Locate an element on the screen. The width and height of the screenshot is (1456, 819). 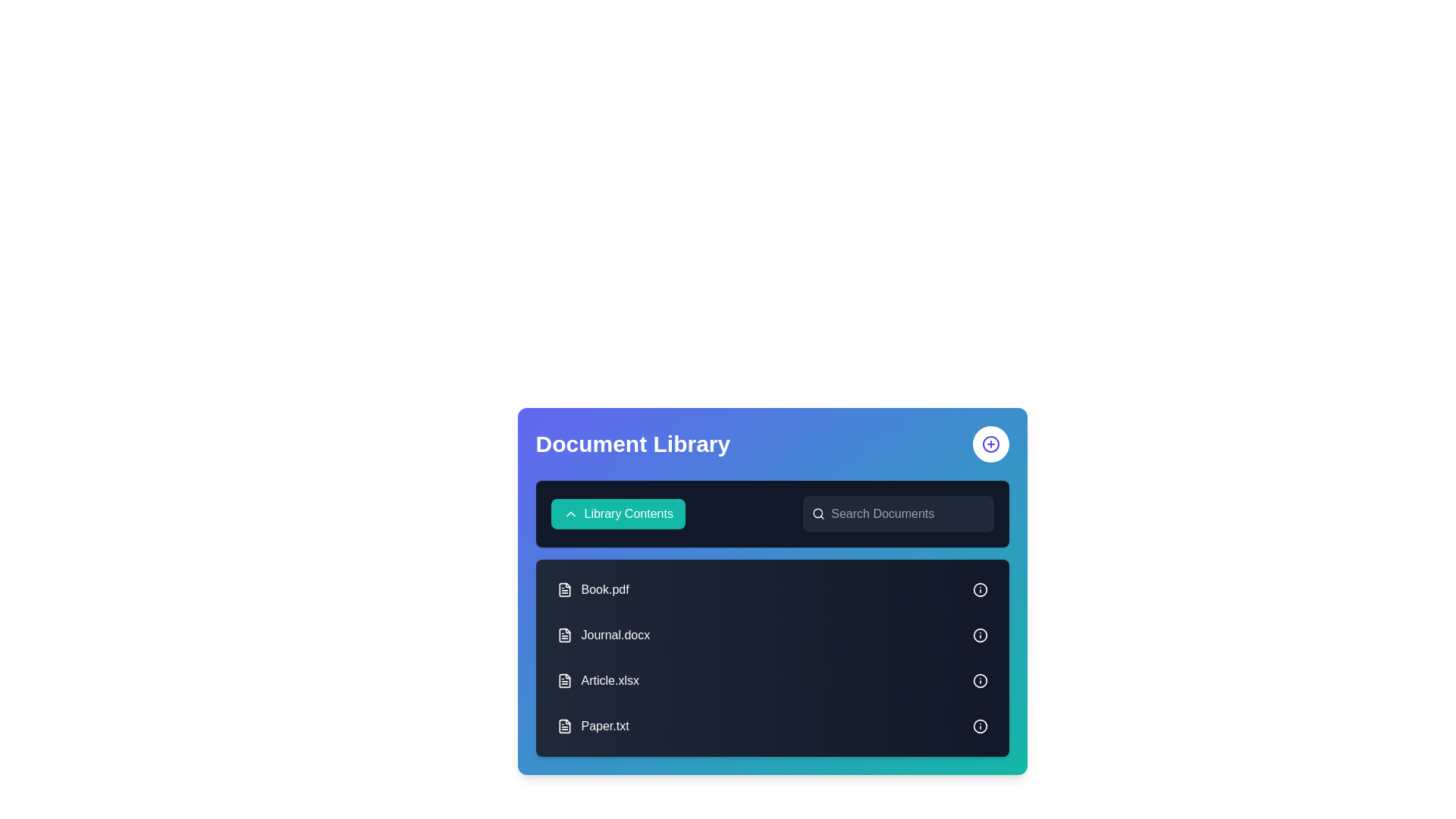
the circular SVG graphic located at the center of the search icon in the upper-right corner of the toolbar is located at coordinates (817, 513).